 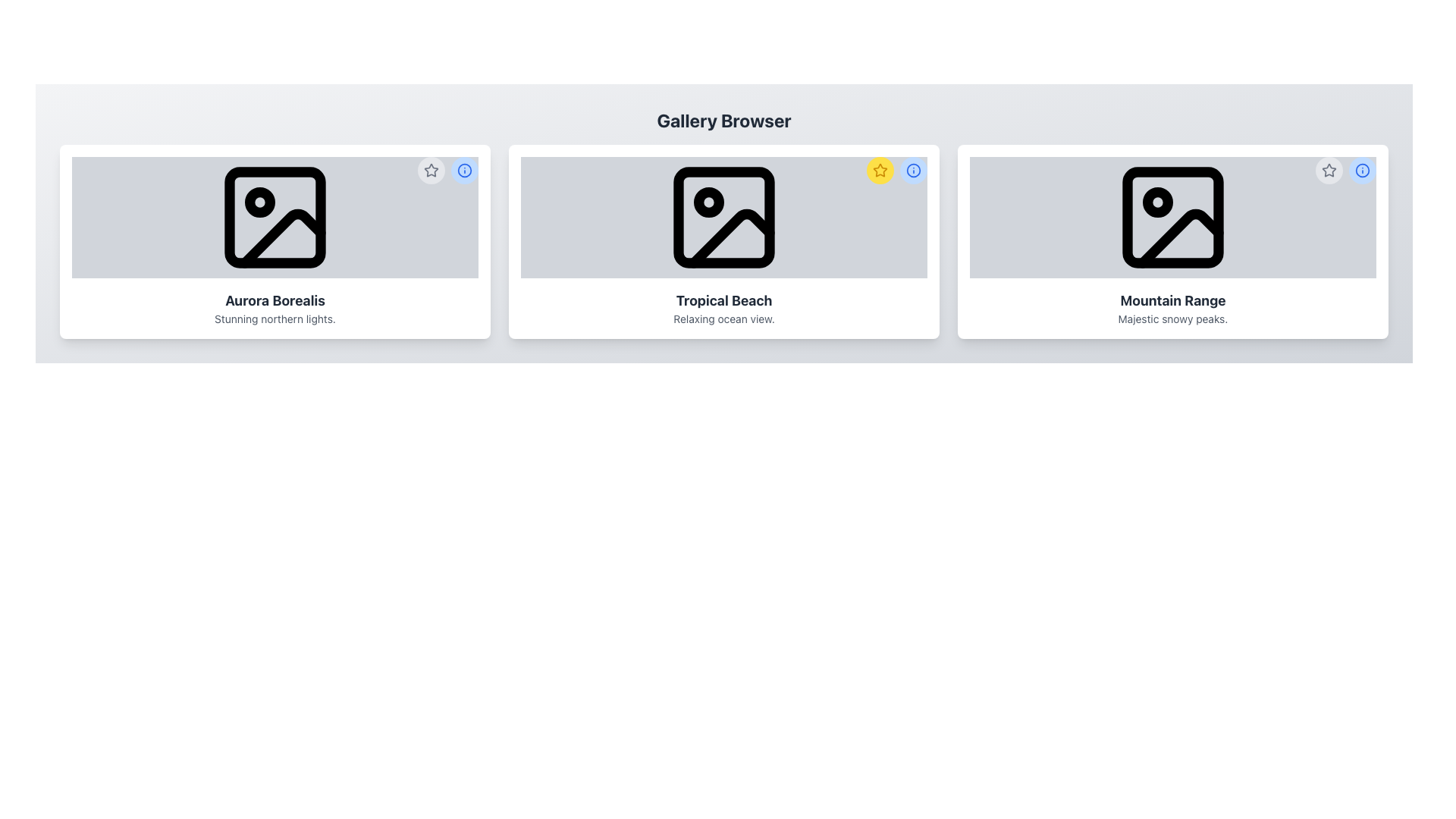 What do you see at coordinates (723, 217) in the screenshot?
I see `the gray square image placeholder icon located in the upper part of the middle card, which is above the text 'Tropical Beach' and 'Relaxing ocean view.'` at bounding box center [723, 217].